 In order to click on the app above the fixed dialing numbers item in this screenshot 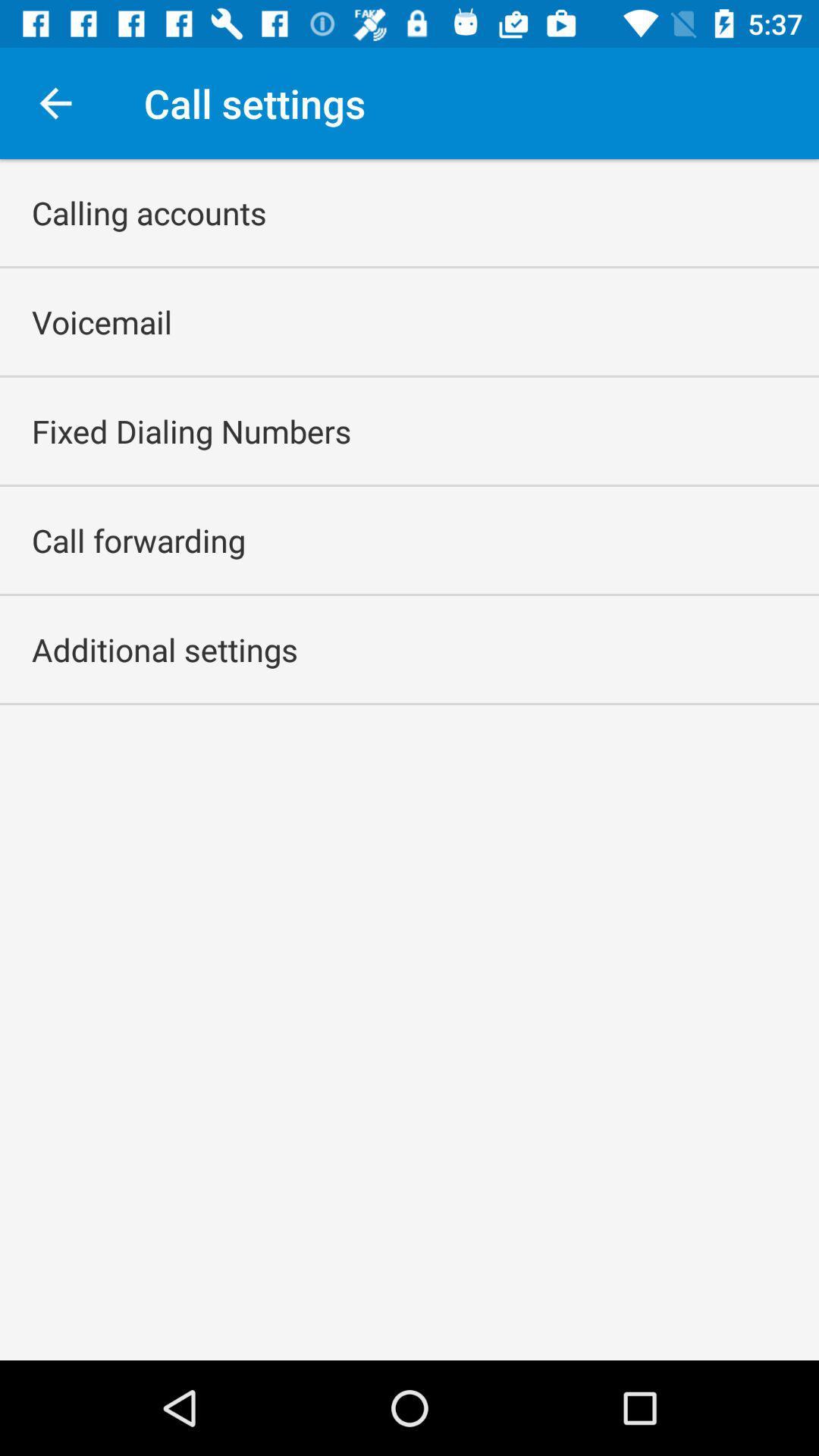, I will do `click(102, 321)`.